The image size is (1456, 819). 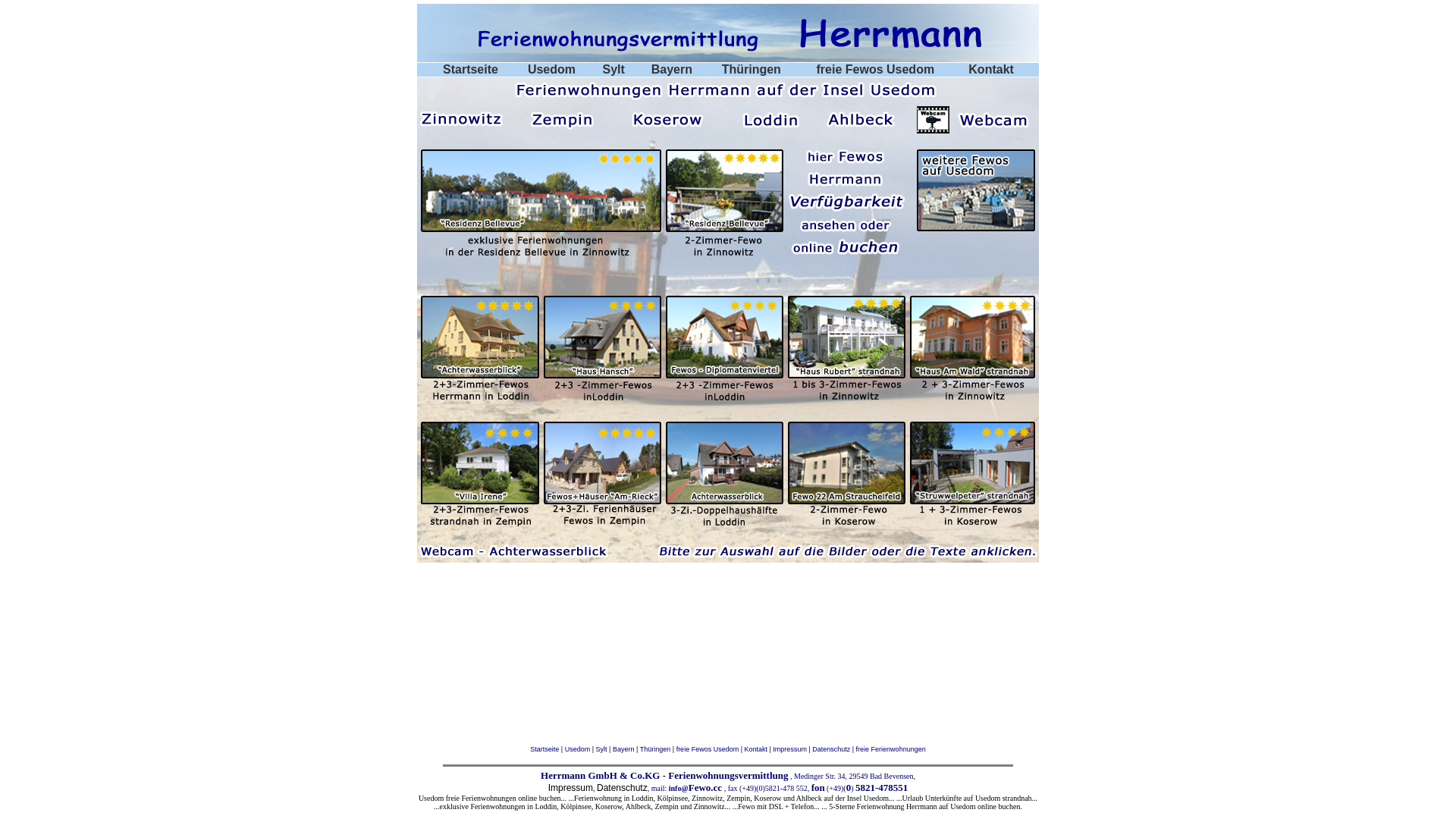 What do you see at coordinates (745, 748) in the screenshot?
I see `'Kontakt'` at bounding box center [745, 748].